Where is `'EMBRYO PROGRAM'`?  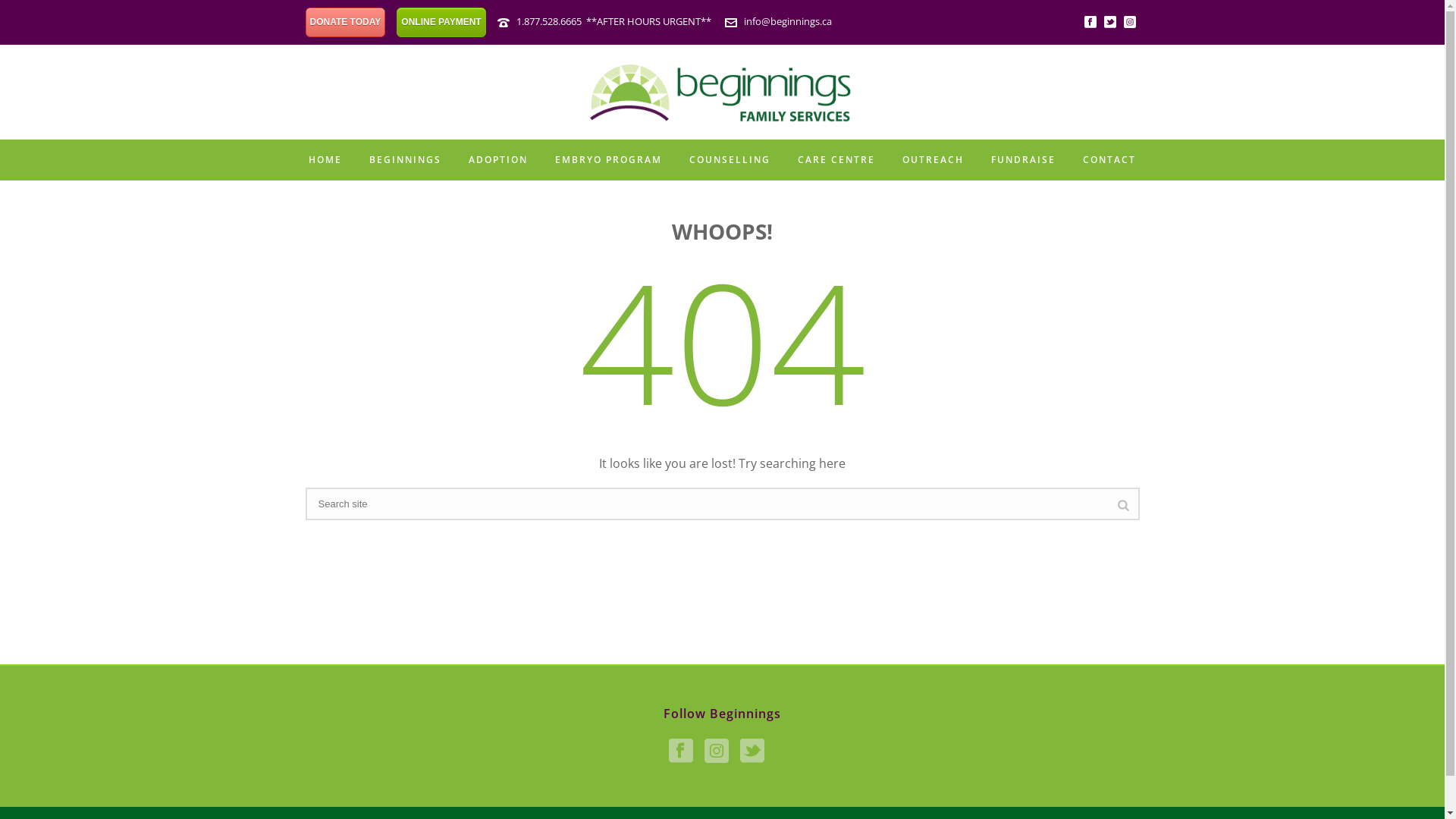 'EMBRYO PROGRAM' is located at coordinates (608, 160).